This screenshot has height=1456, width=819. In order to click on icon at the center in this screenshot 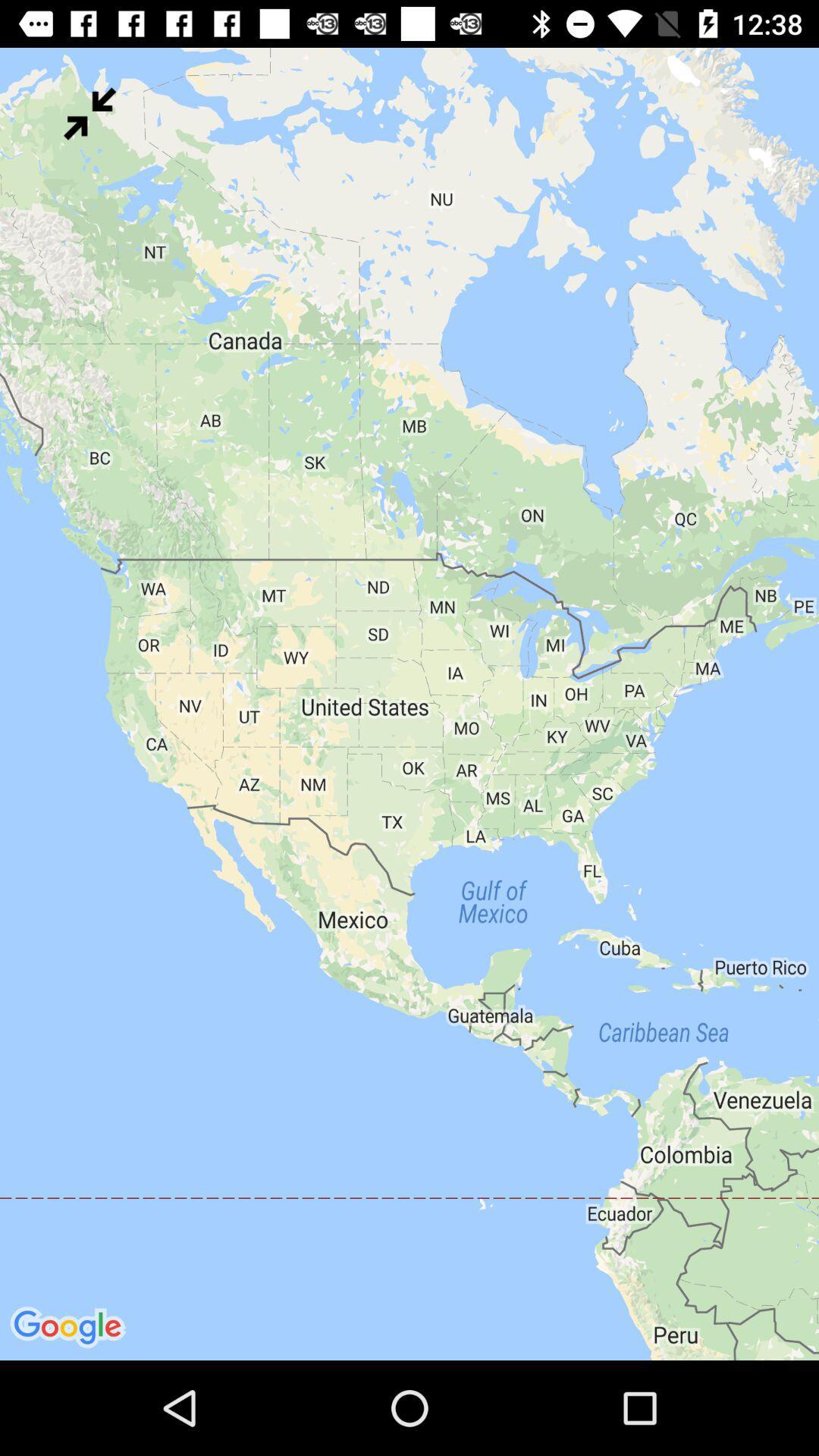, I will do `click(409, 703)`.